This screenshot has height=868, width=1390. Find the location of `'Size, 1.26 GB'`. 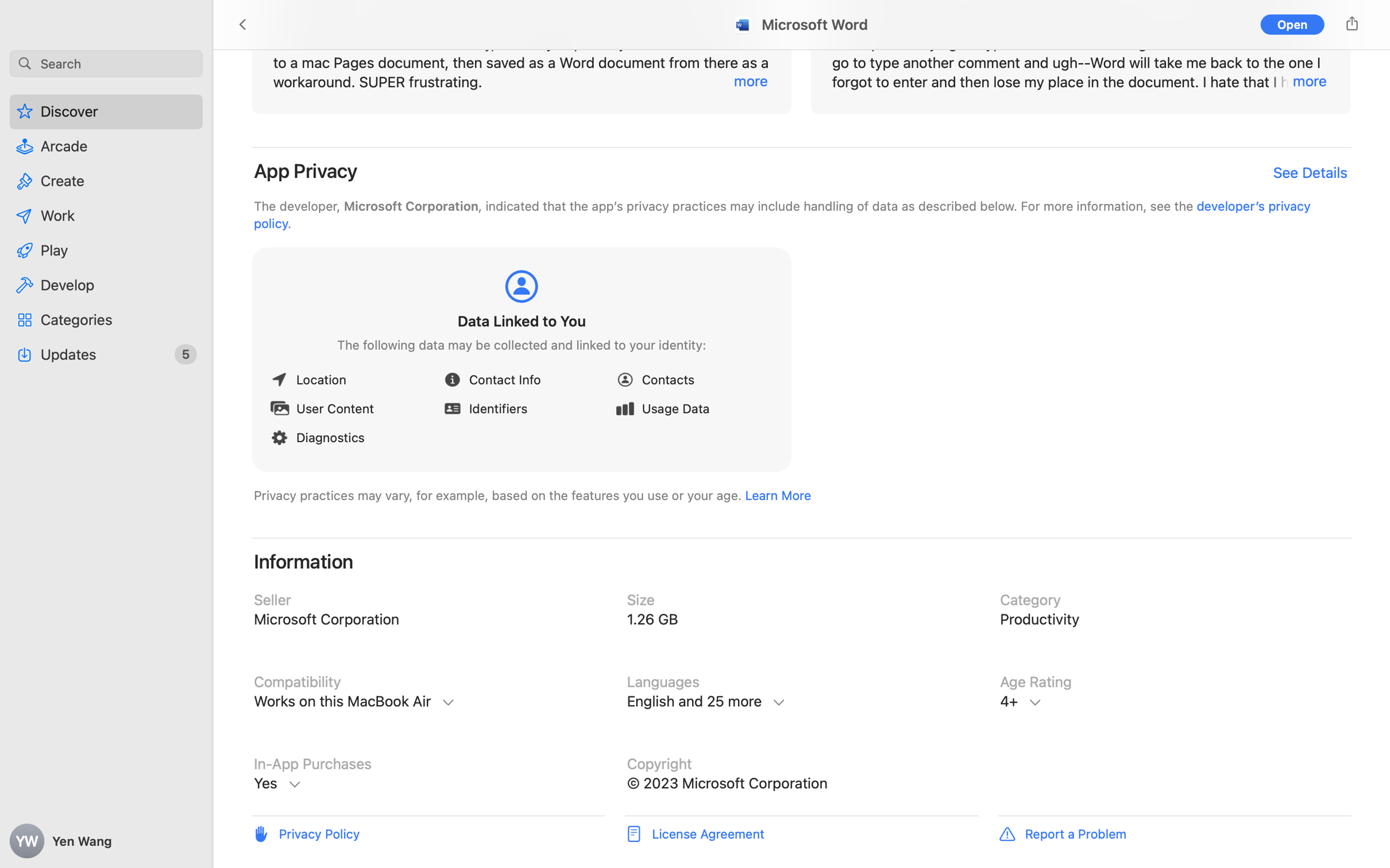

'Size, 1.26 GB' is located at coordinates (801, 619).